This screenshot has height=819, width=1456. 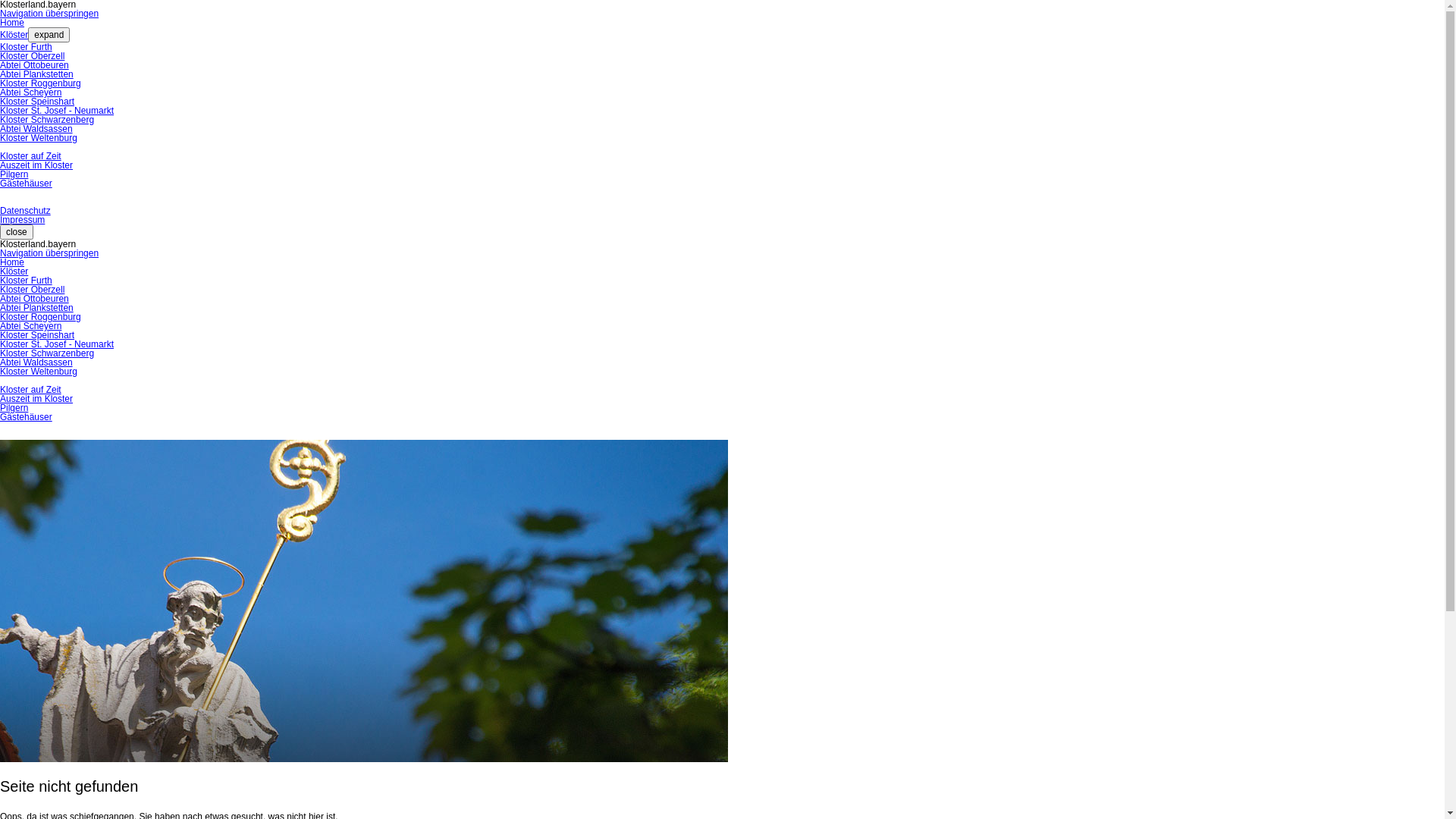 I want to click on ' ', so click(x=0, y=435).